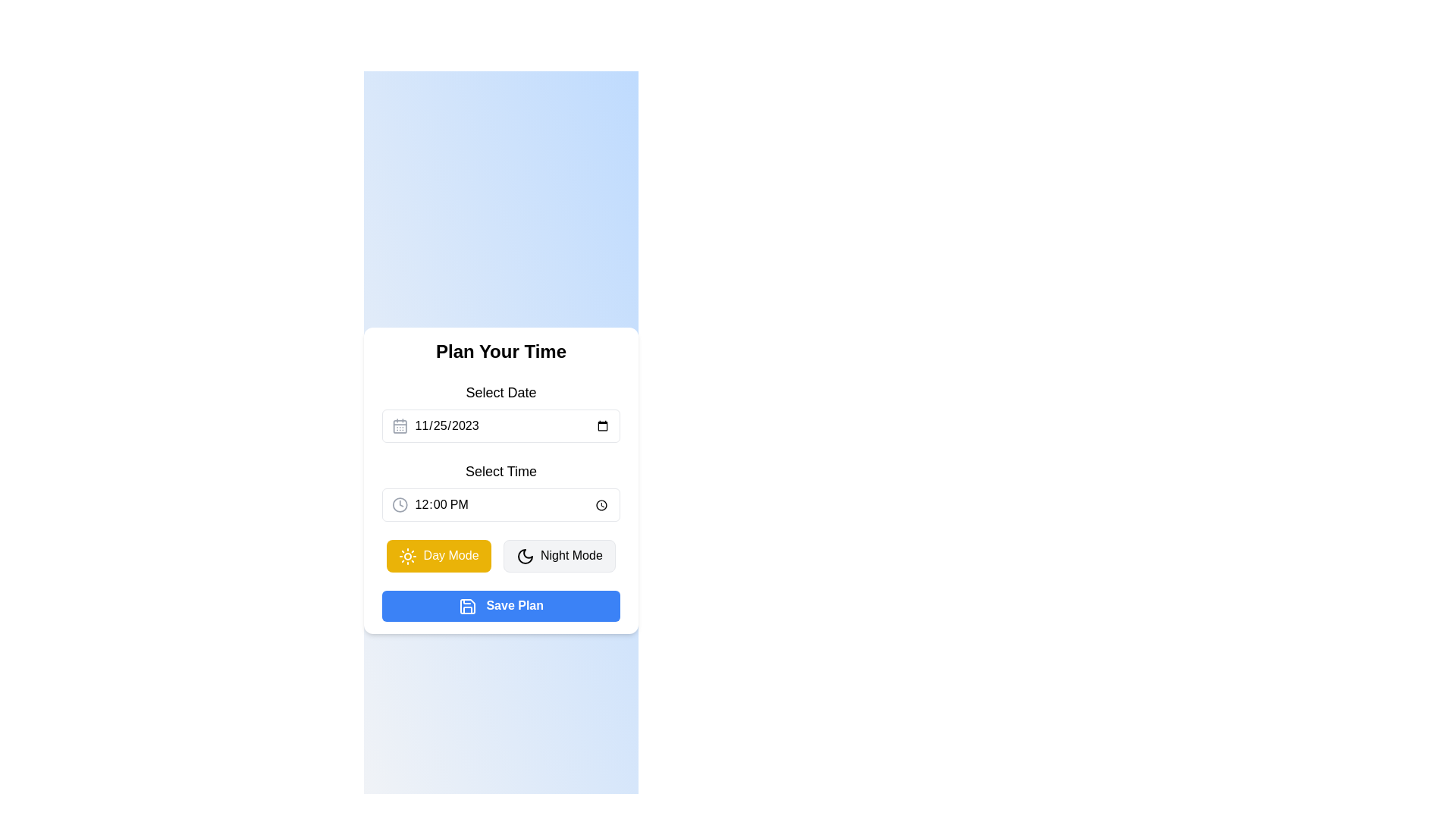 The image size is (1456, 819). What do you see at coordinates (400, 505) in the screenshot?
I see `the time-related icon located to the left of the text '12:00 PM'` at bounding box center [400, 505].